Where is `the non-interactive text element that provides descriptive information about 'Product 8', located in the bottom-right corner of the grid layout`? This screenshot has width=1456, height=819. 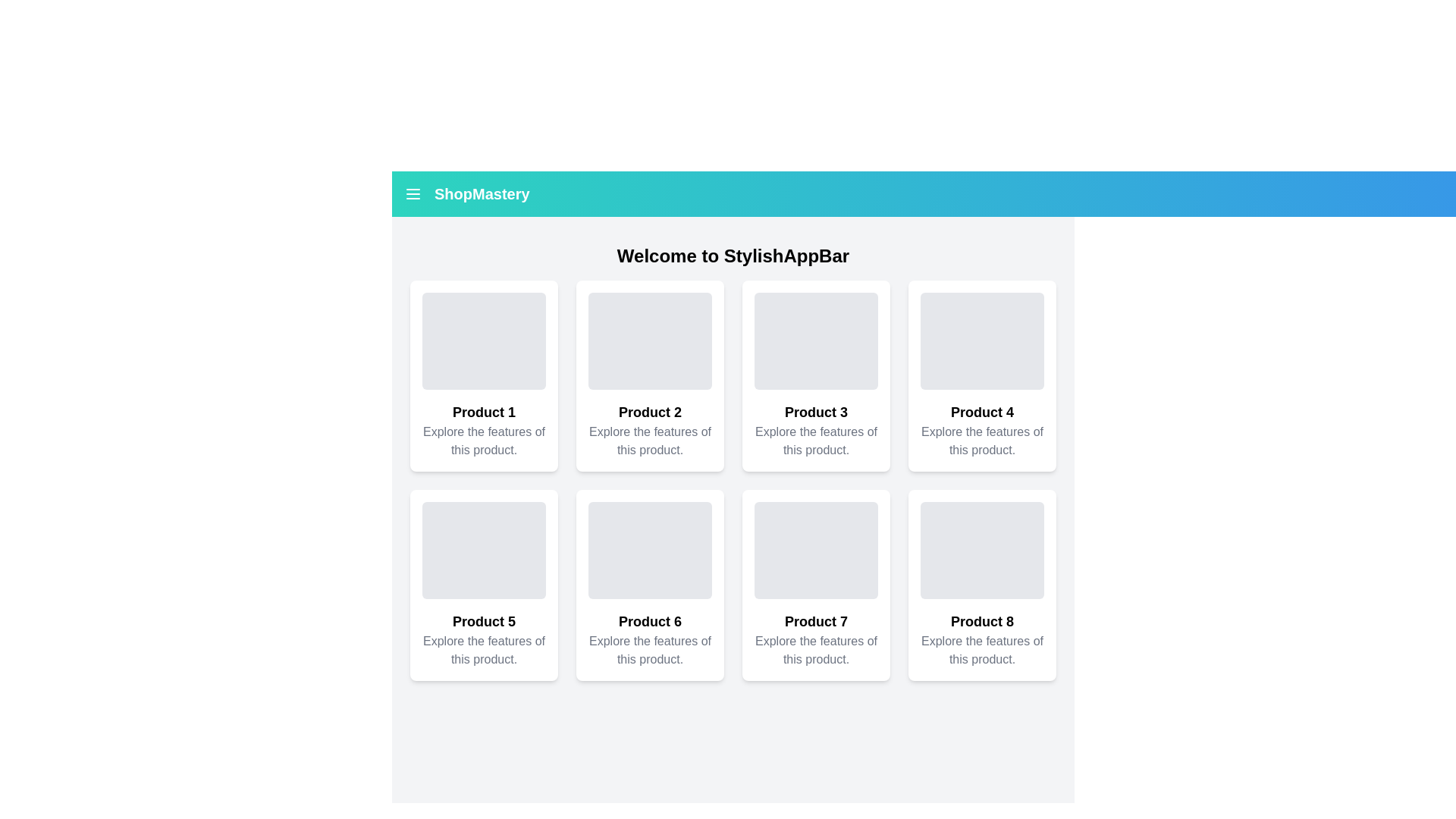
the non-interactive text element that provides descriptive information about 'Product 8', located in the bottom-right corner of the grid layout is located at coordinates (982, 649).